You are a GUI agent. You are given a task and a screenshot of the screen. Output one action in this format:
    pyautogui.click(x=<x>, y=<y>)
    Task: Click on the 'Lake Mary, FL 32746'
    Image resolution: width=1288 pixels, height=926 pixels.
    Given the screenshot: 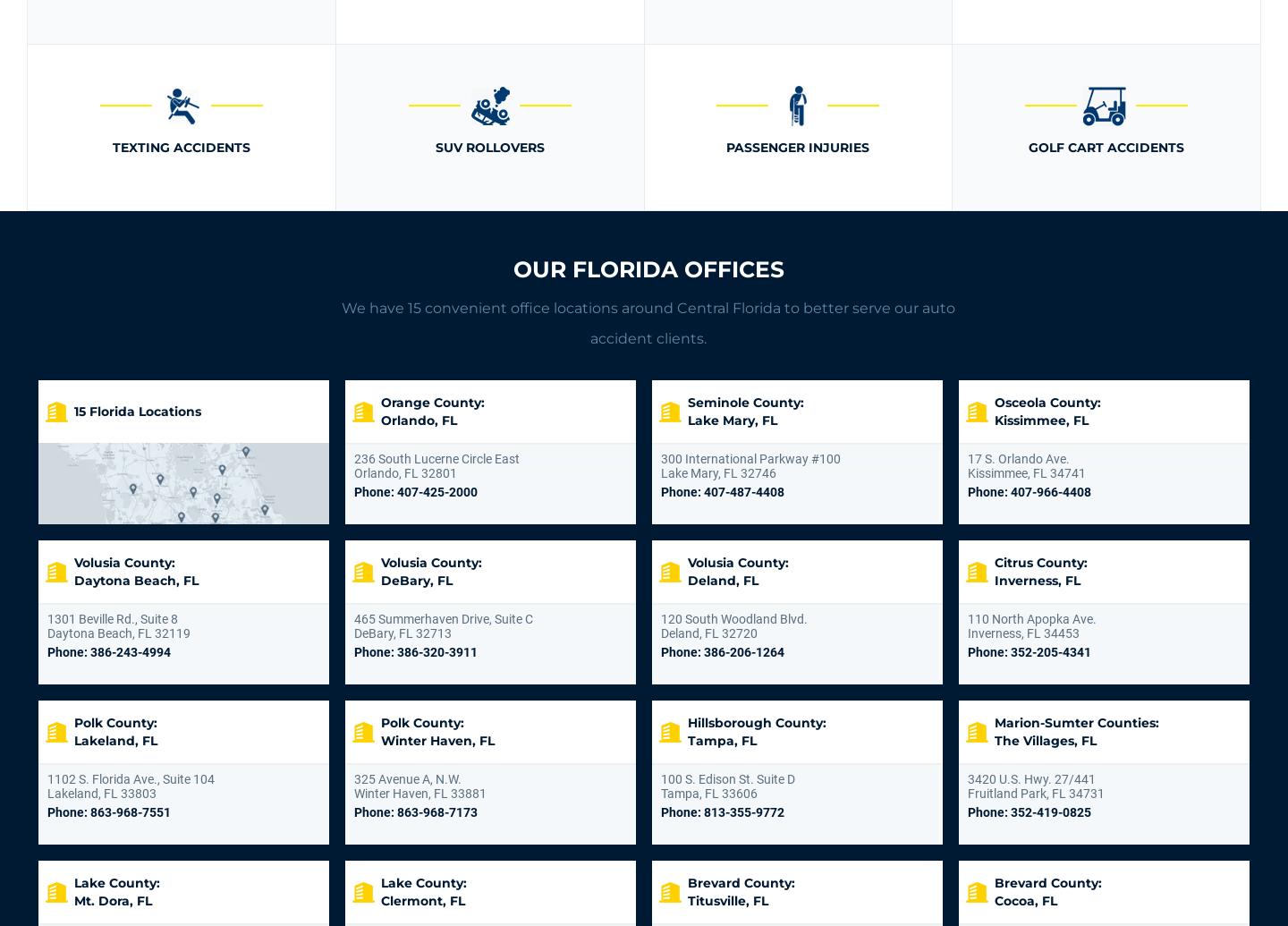 What is the action you would take?
    pyautogui.click(x=718, y=471)
    